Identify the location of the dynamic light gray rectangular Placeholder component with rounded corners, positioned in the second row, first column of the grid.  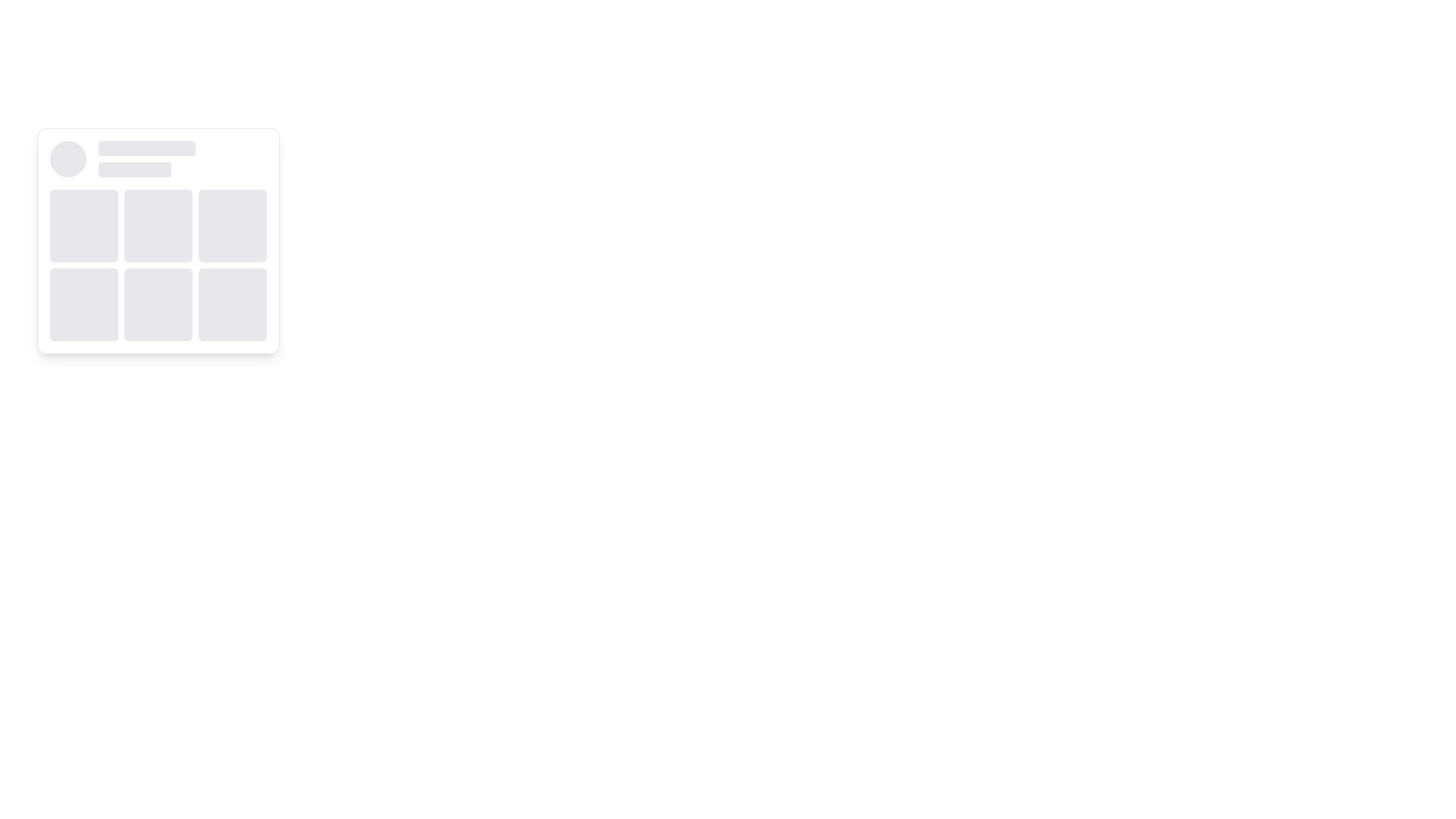
(83, 304).